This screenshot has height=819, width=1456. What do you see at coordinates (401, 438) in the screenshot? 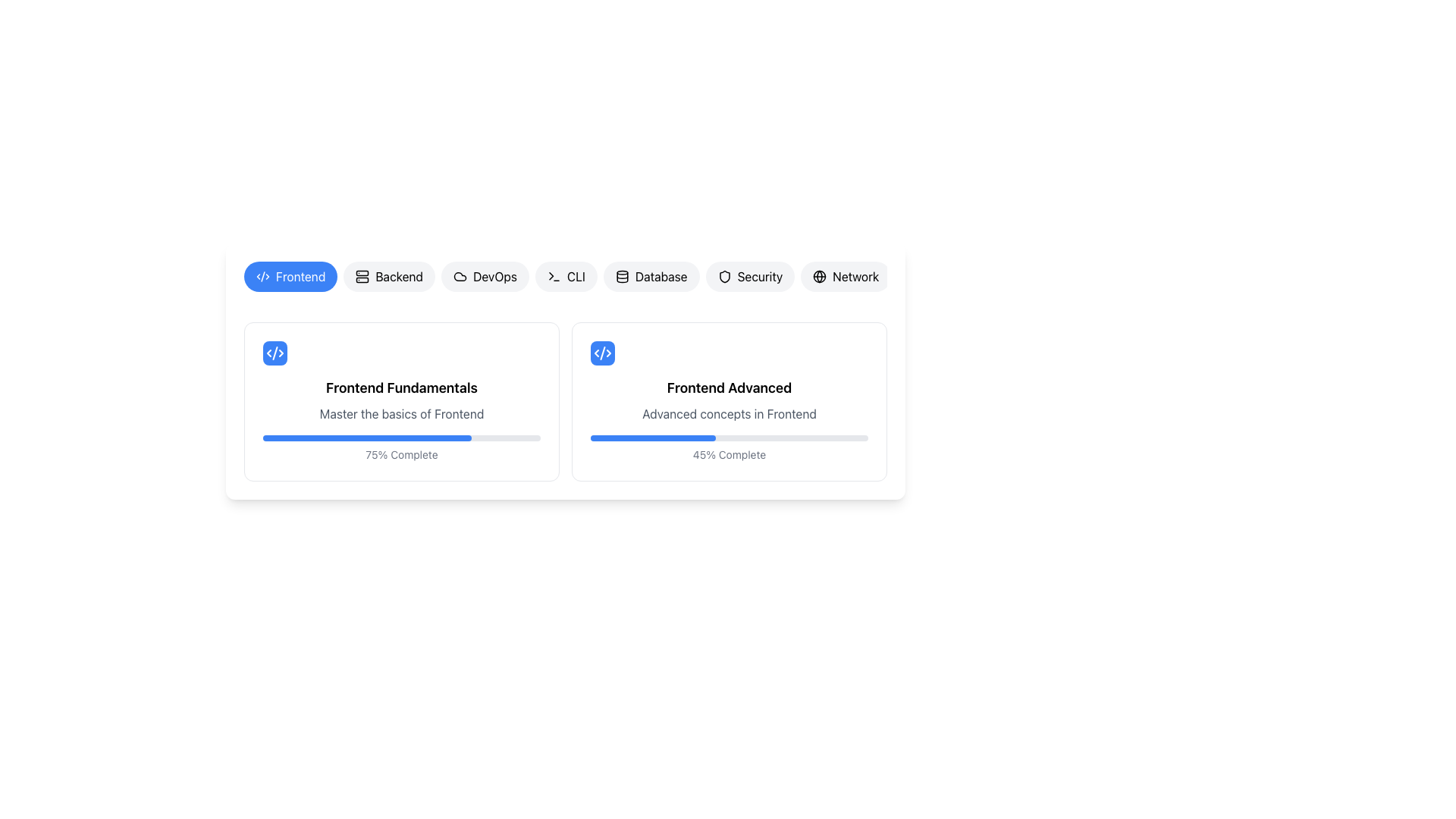
I see `the Progress Bar located within the card labeled 'Frontend Fundamentals', which indicates the progress of a task or course module` at bounding box center [401, 438].